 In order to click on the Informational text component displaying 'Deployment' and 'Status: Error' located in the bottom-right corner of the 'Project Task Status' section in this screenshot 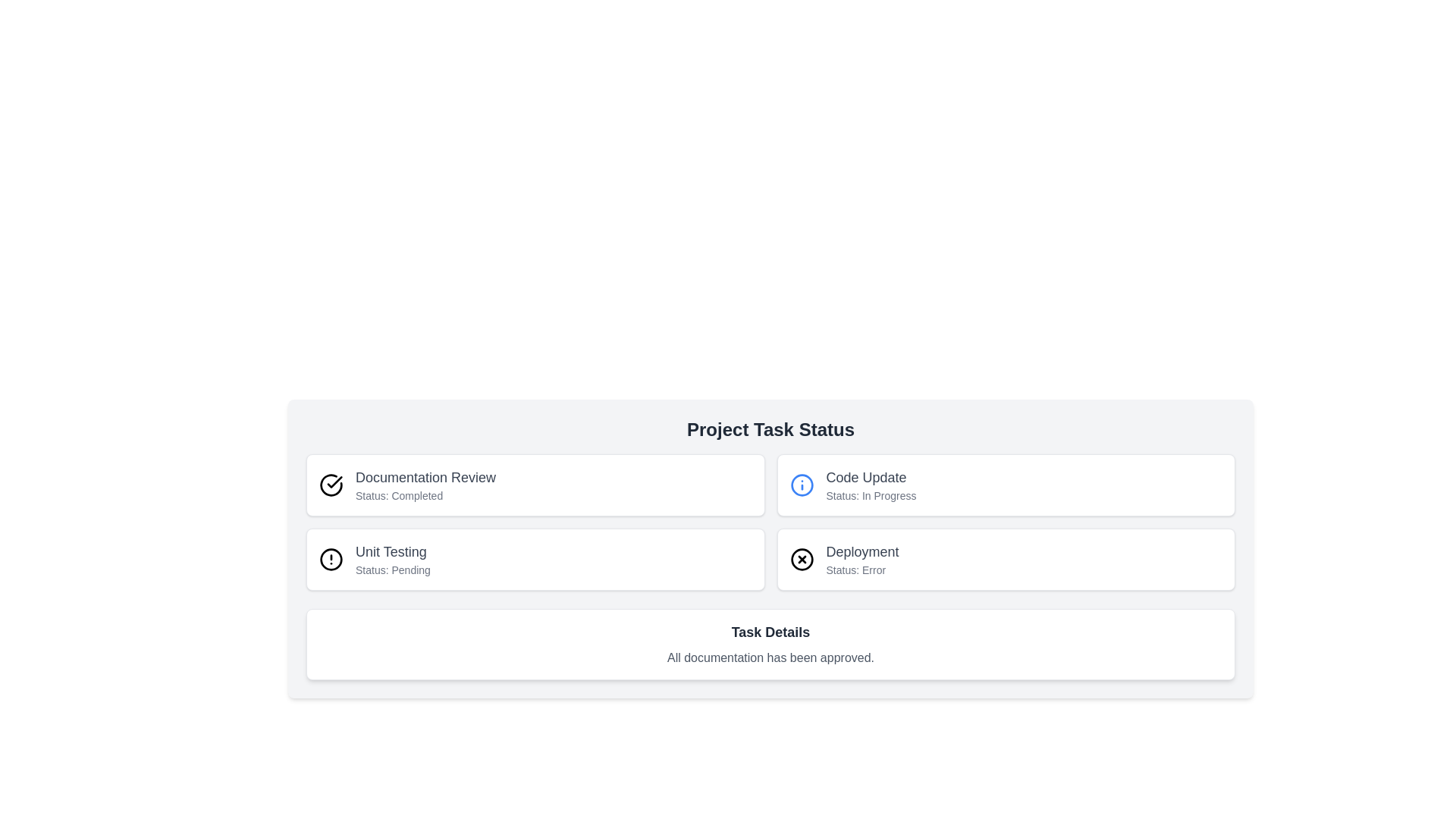, I will do `click(862, 559)`.